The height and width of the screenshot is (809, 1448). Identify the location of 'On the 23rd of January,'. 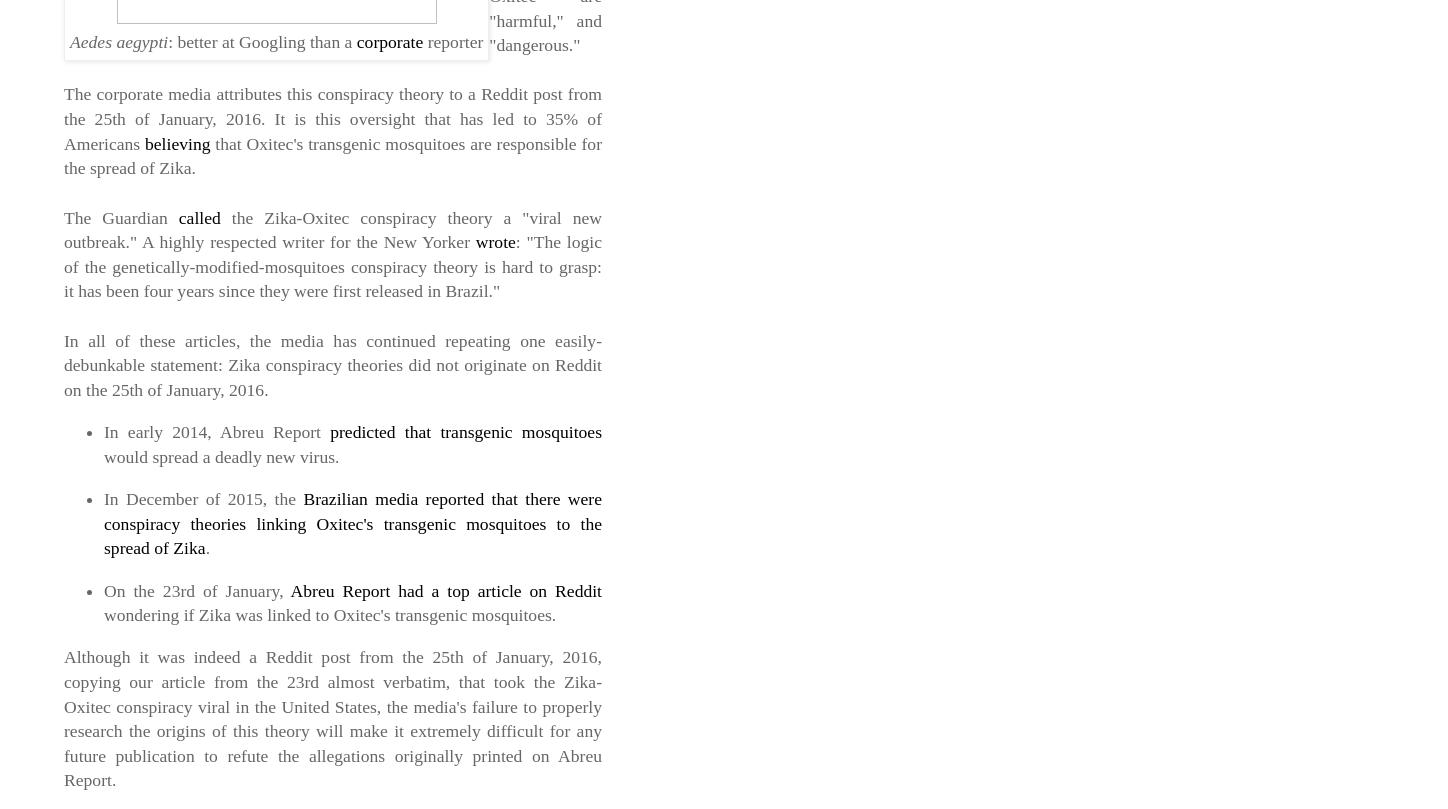
(196, 590).